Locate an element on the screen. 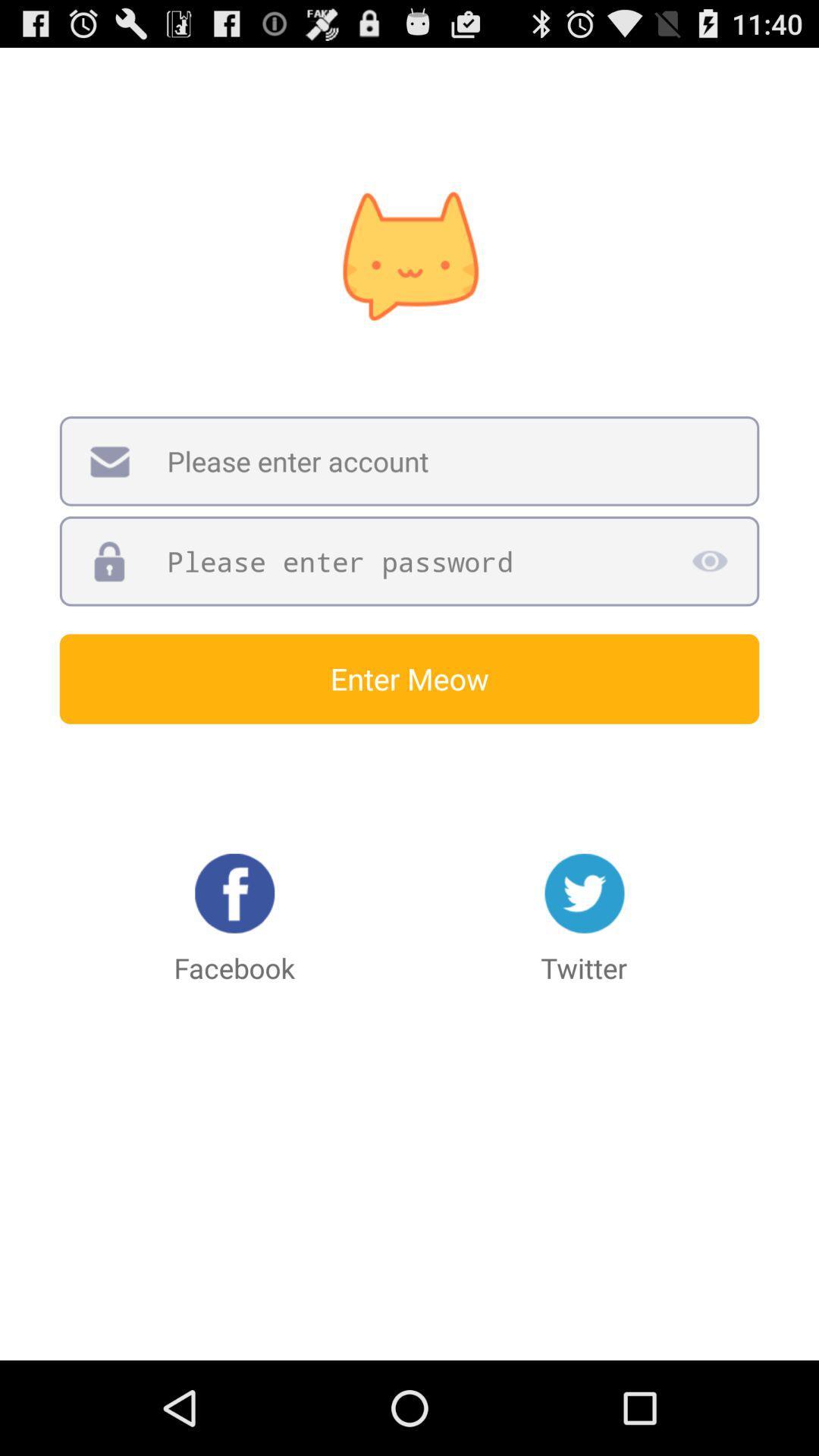  enter meow icon is located at coordinates (409, 678).